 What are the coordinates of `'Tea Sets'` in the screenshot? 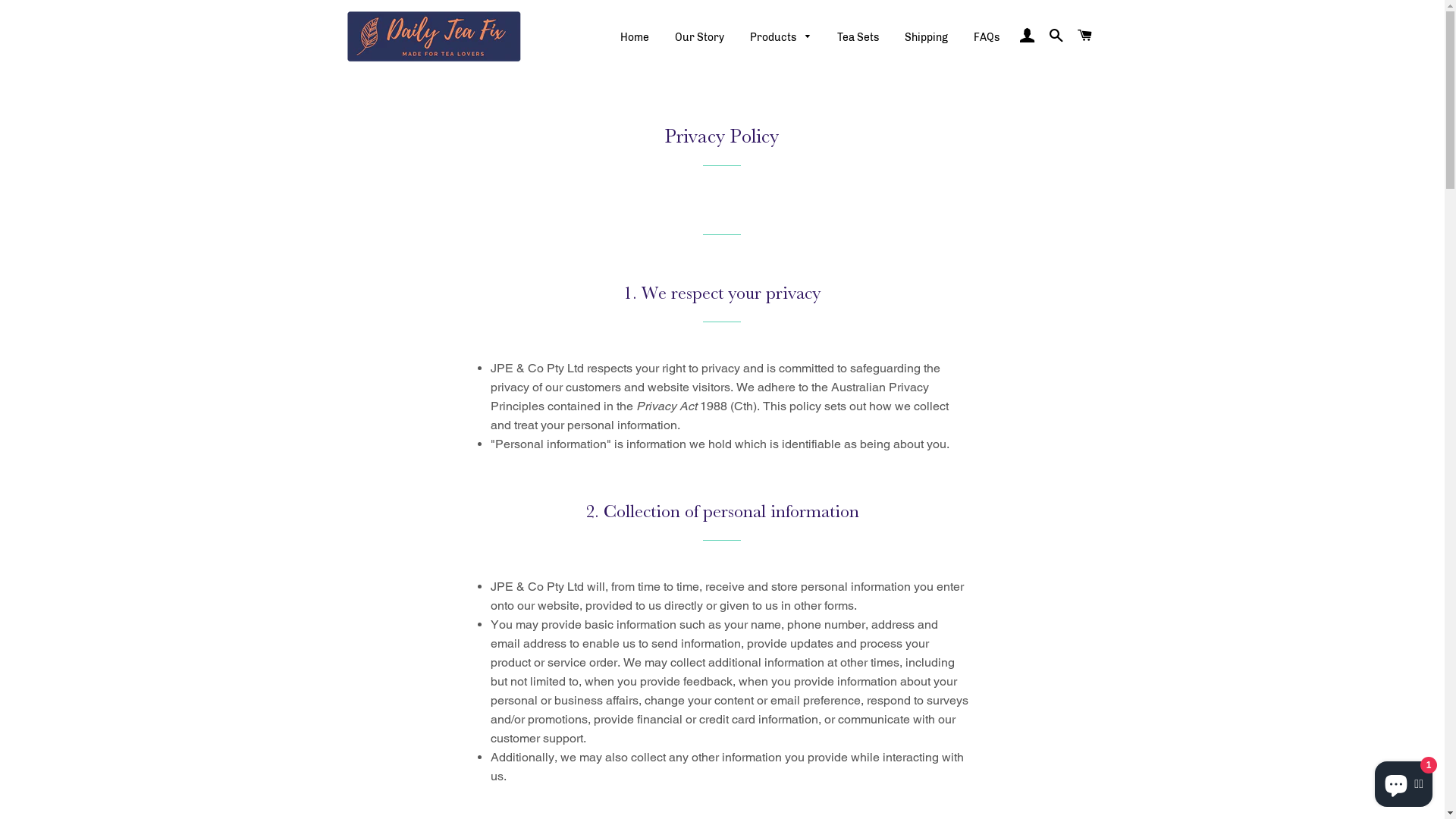 It's located at (858, 37).